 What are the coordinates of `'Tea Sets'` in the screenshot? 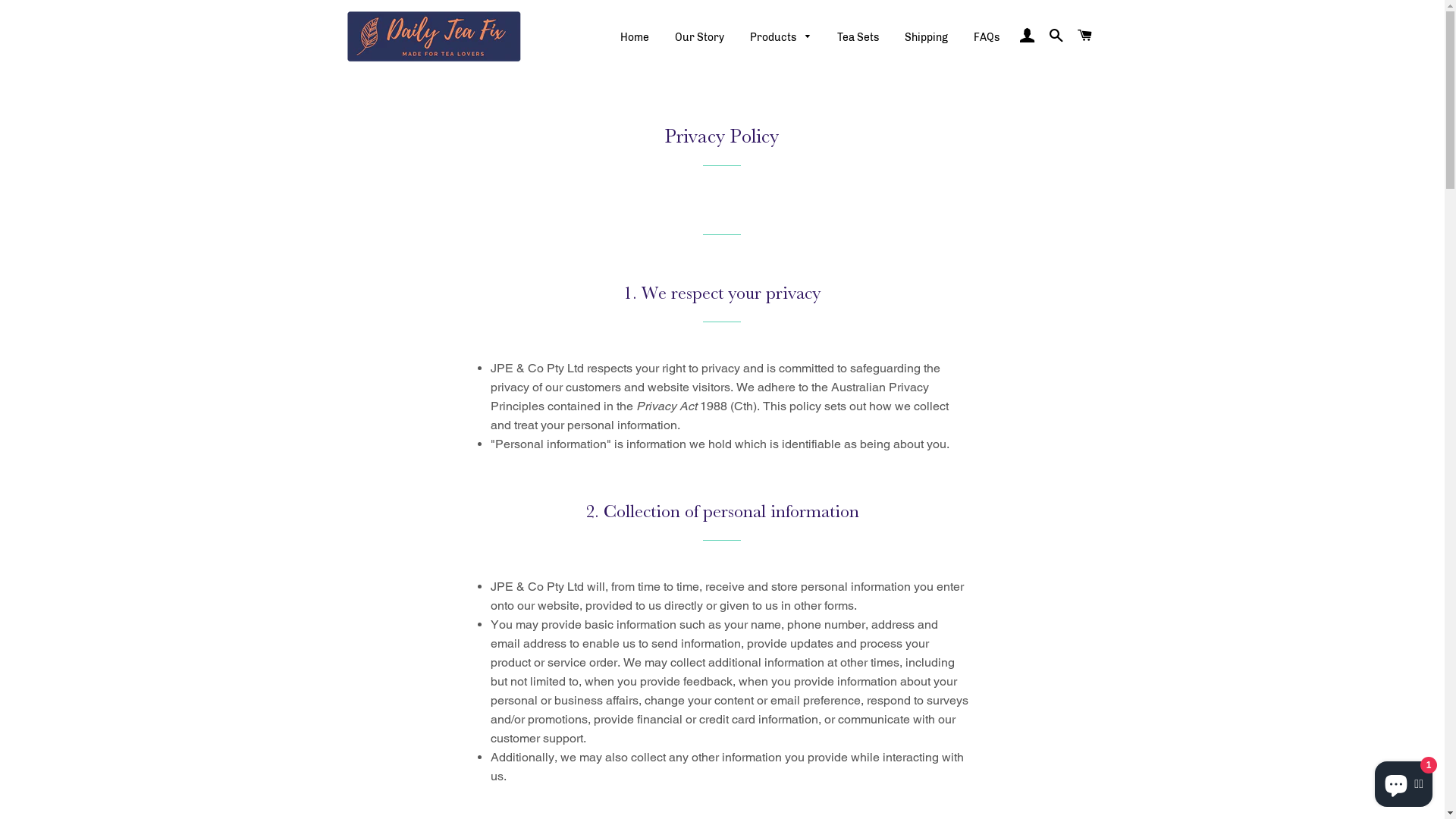 It's located at (858, 37).